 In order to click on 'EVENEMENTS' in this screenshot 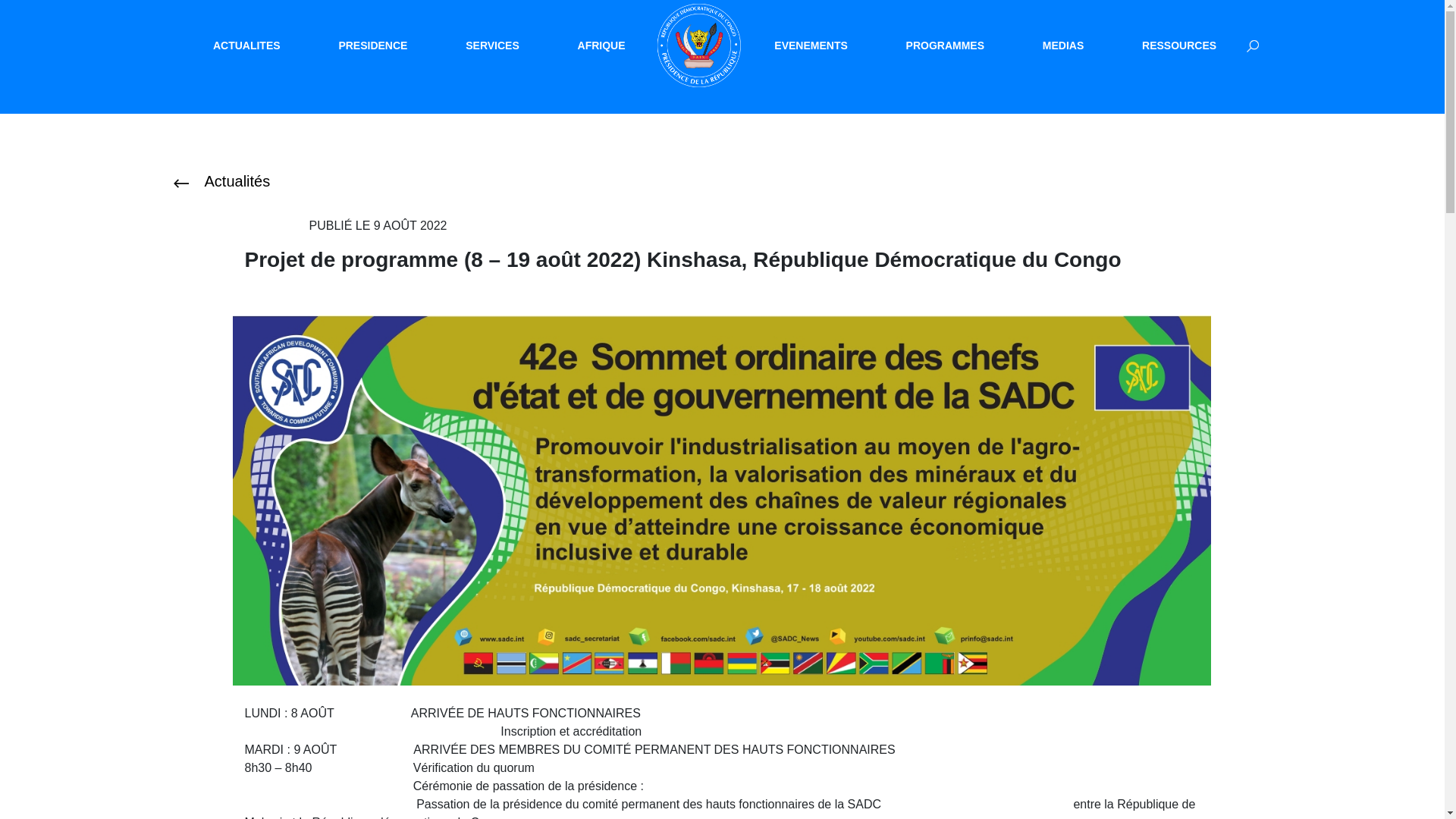, I will do `click(810, 45)`.